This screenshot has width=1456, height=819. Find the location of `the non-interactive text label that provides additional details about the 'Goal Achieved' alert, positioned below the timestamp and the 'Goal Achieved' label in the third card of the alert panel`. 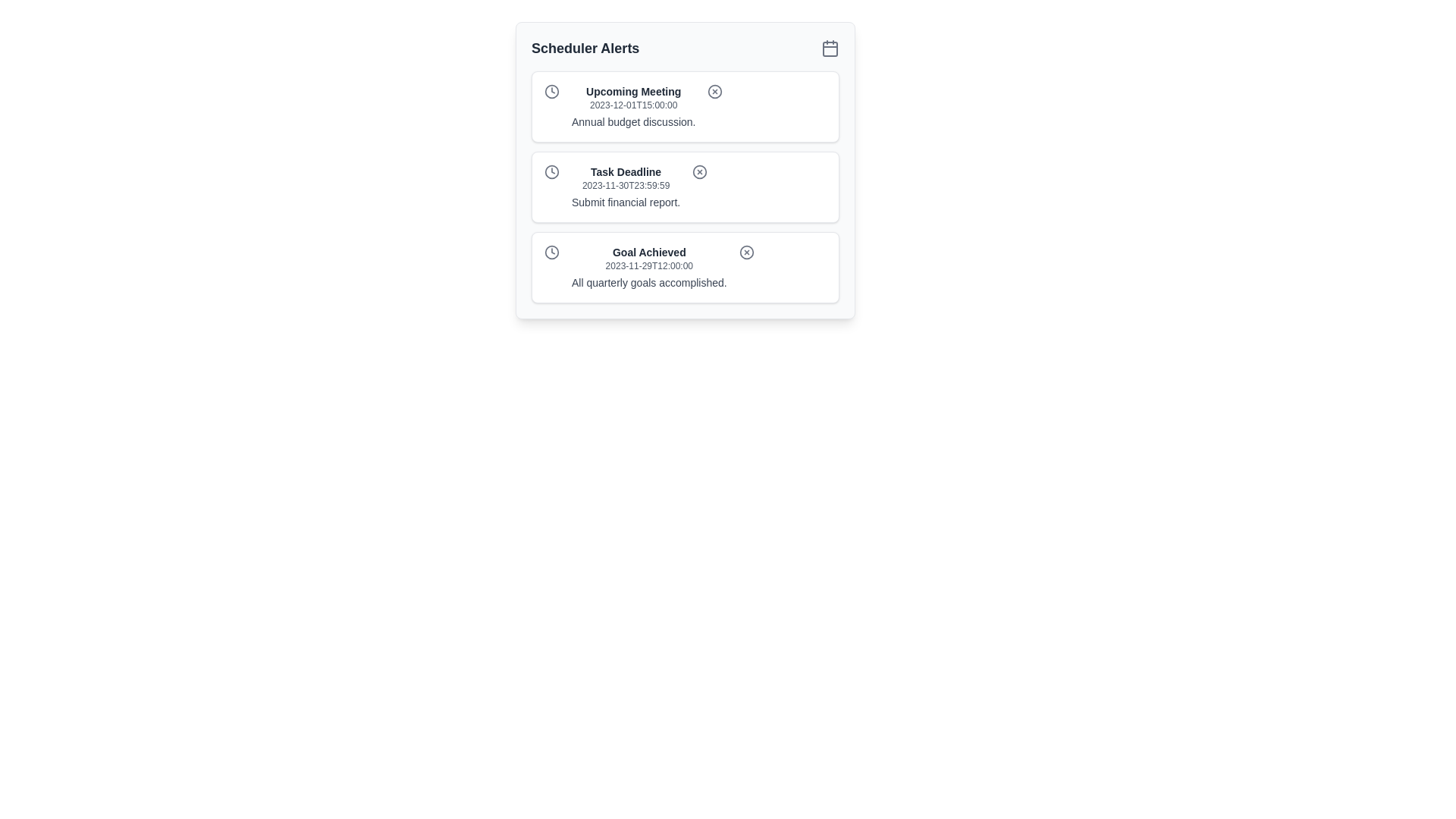

the non-interactive text label that provides additional details about the 'Goal Achieved' alert, positioned below the timestamp and the 'Goal Achieved' label in the third card of the alert panel is located at coordinates (649, 283).